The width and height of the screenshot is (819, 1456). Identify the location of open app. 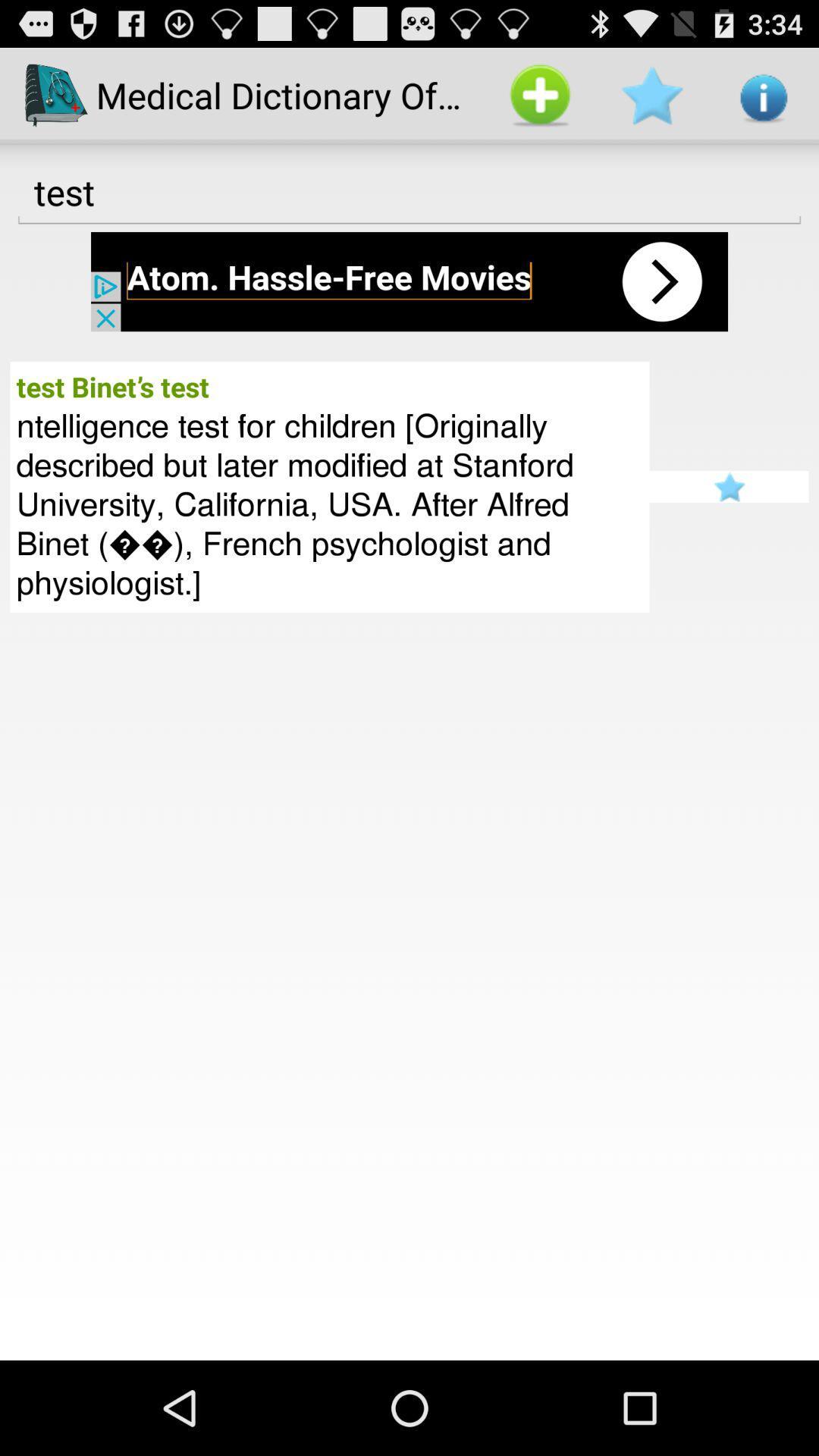
(409, 281).